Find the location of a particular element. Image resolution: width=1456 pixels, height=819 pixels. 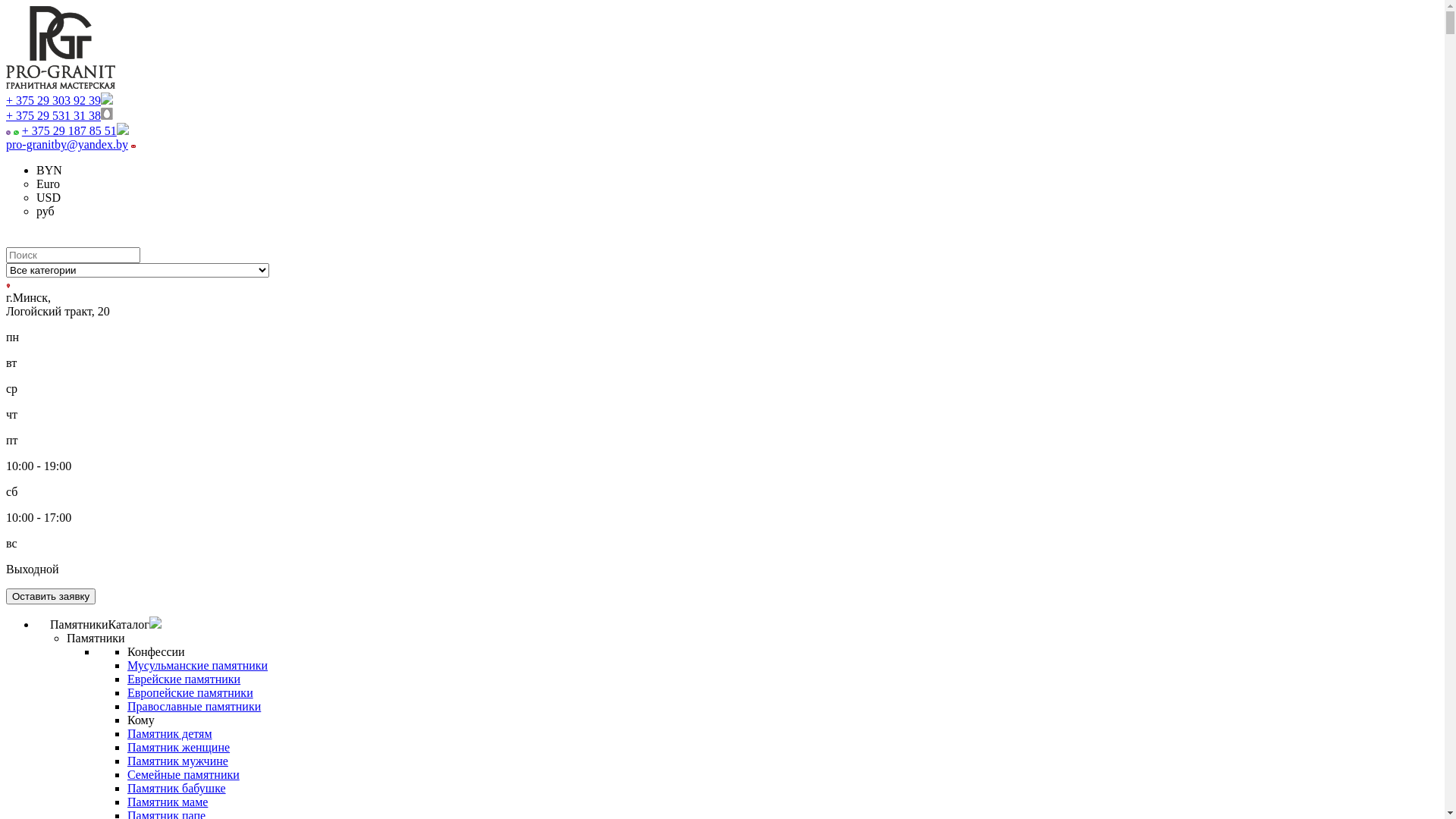

'+ 375 29 531 31 38' is located at coordinates (59, 115).